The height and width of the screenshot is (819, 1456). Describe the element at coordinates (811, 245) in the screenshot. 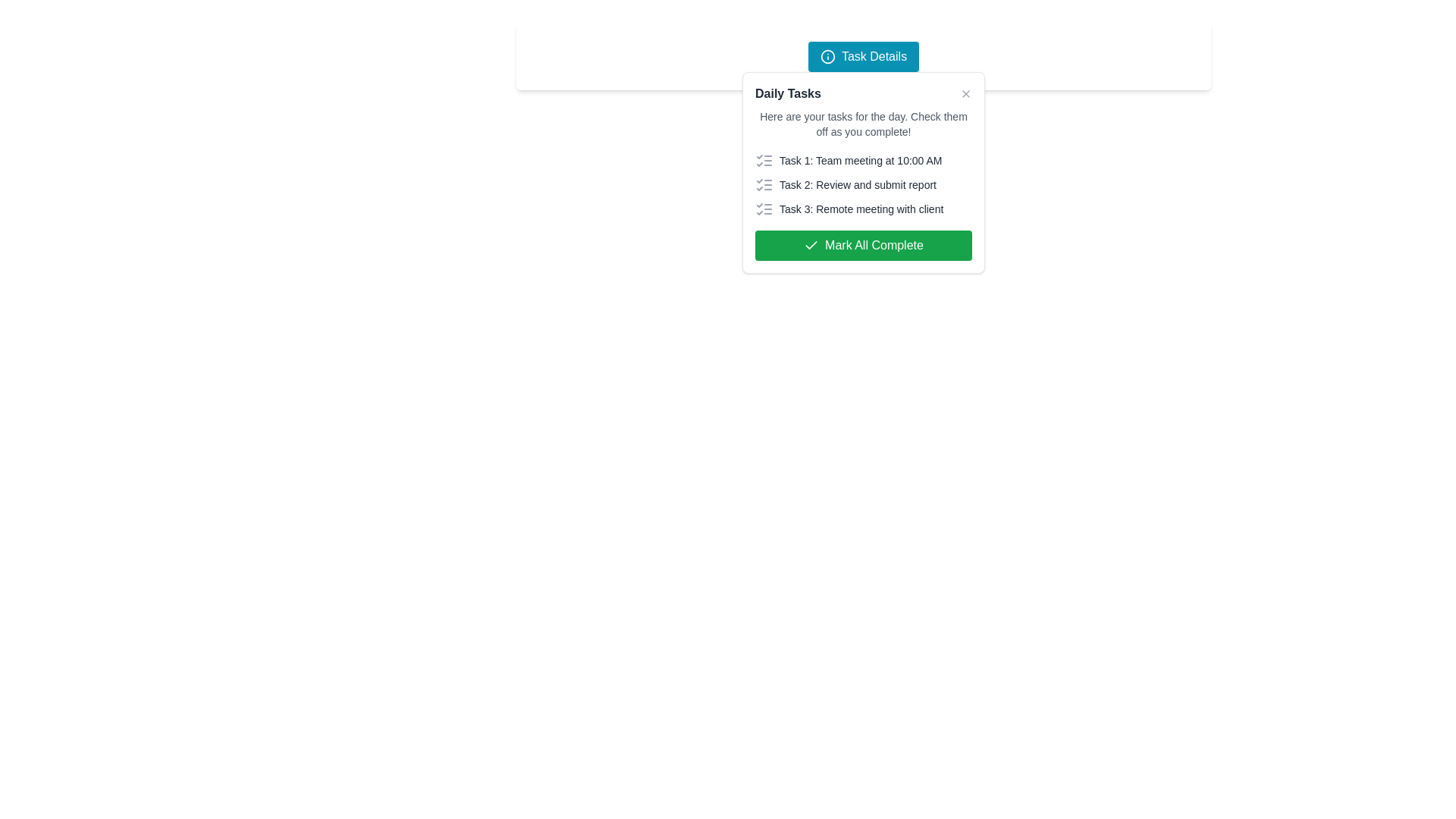

I see `the checkmark icon styled with the class 'lucide lucide-check' located within the green button labeled 'Mark All Complete'` at that location.